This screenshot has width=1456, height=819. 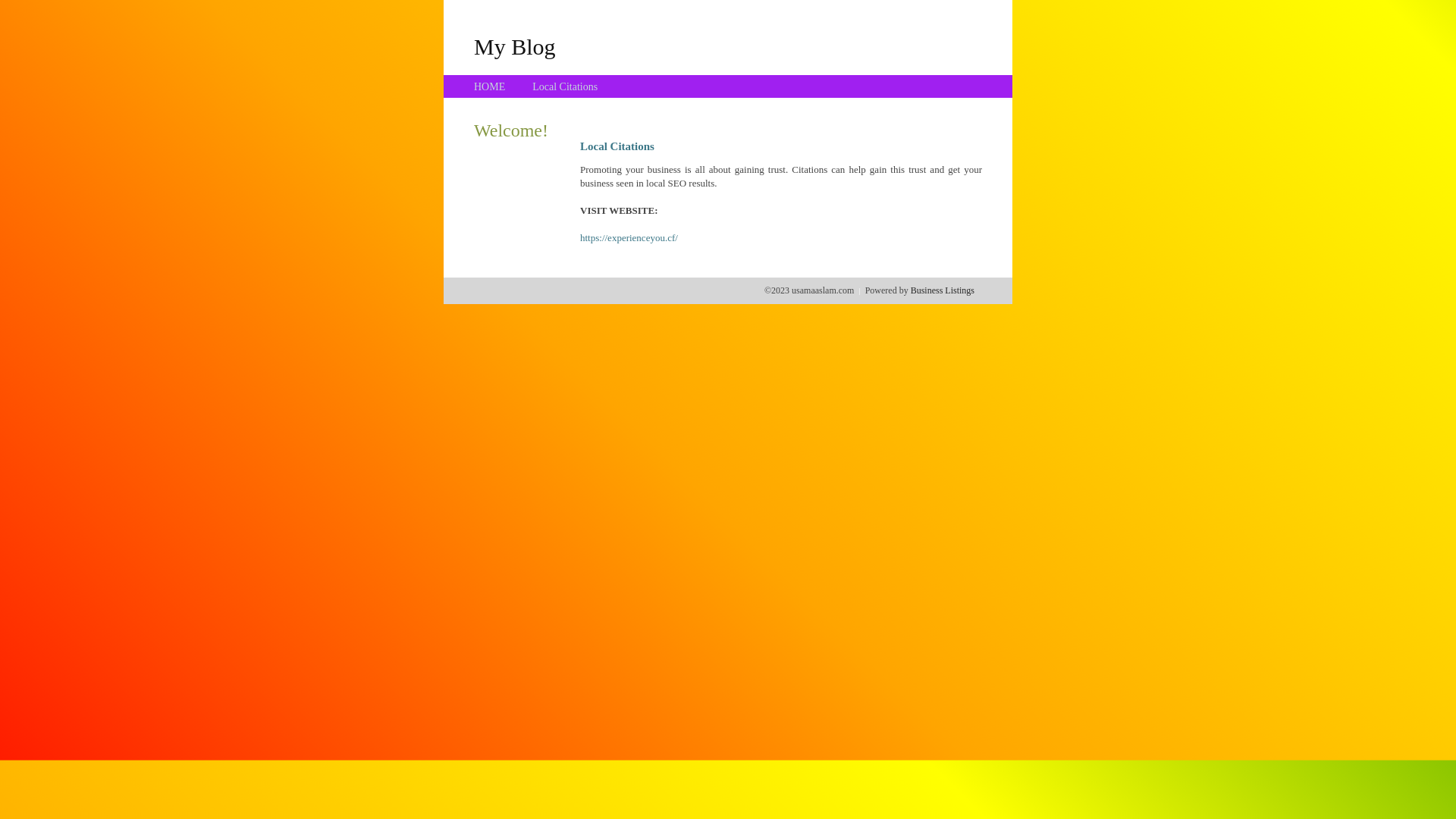 What do you see at coordinates (472, 86) in the screenshot?
I see `'HOME'` at bounding box center [472, 86].